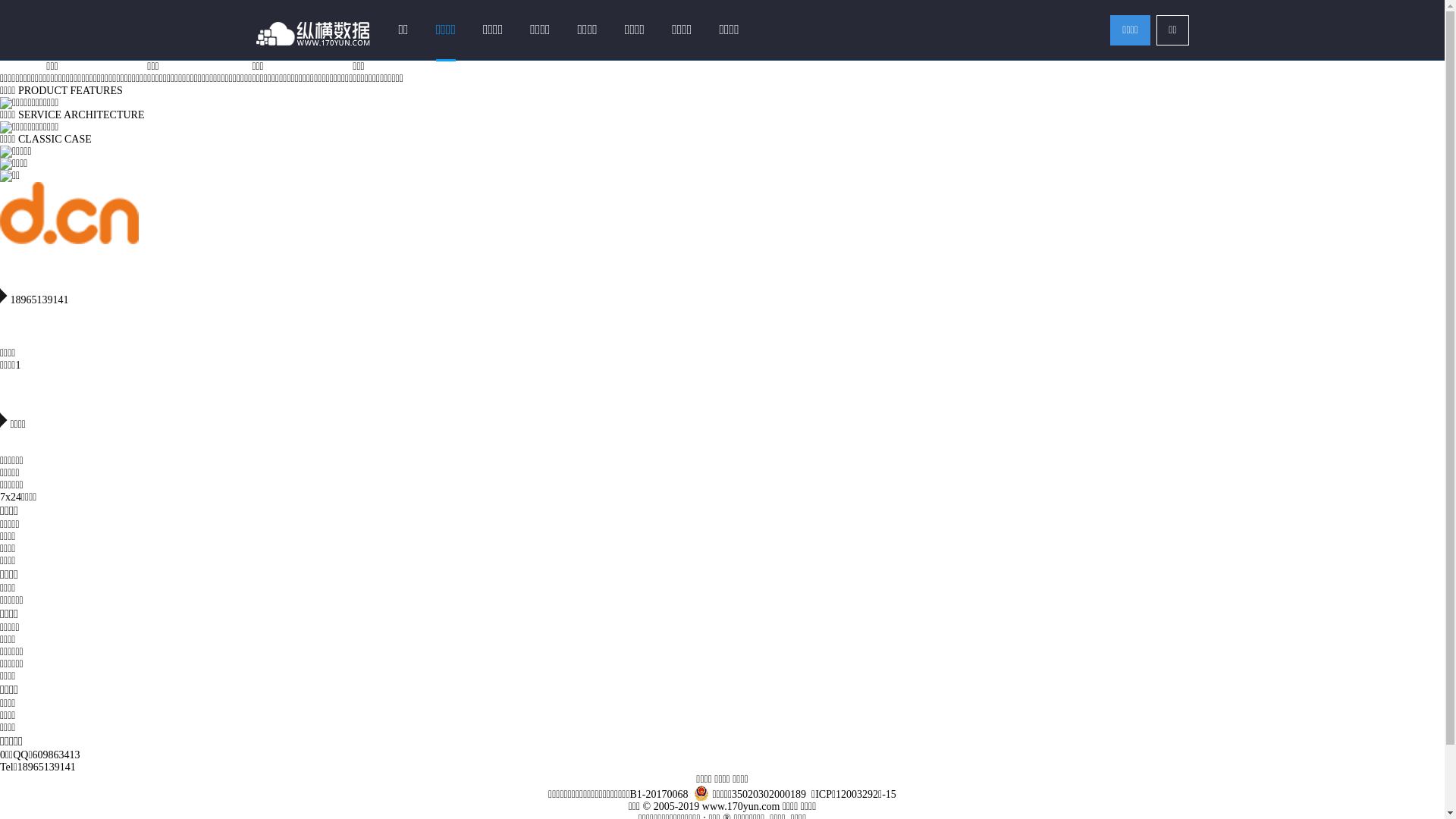 This screenshot has height=819, width=1456. I want to click on '18965139141', so click(721, 291).